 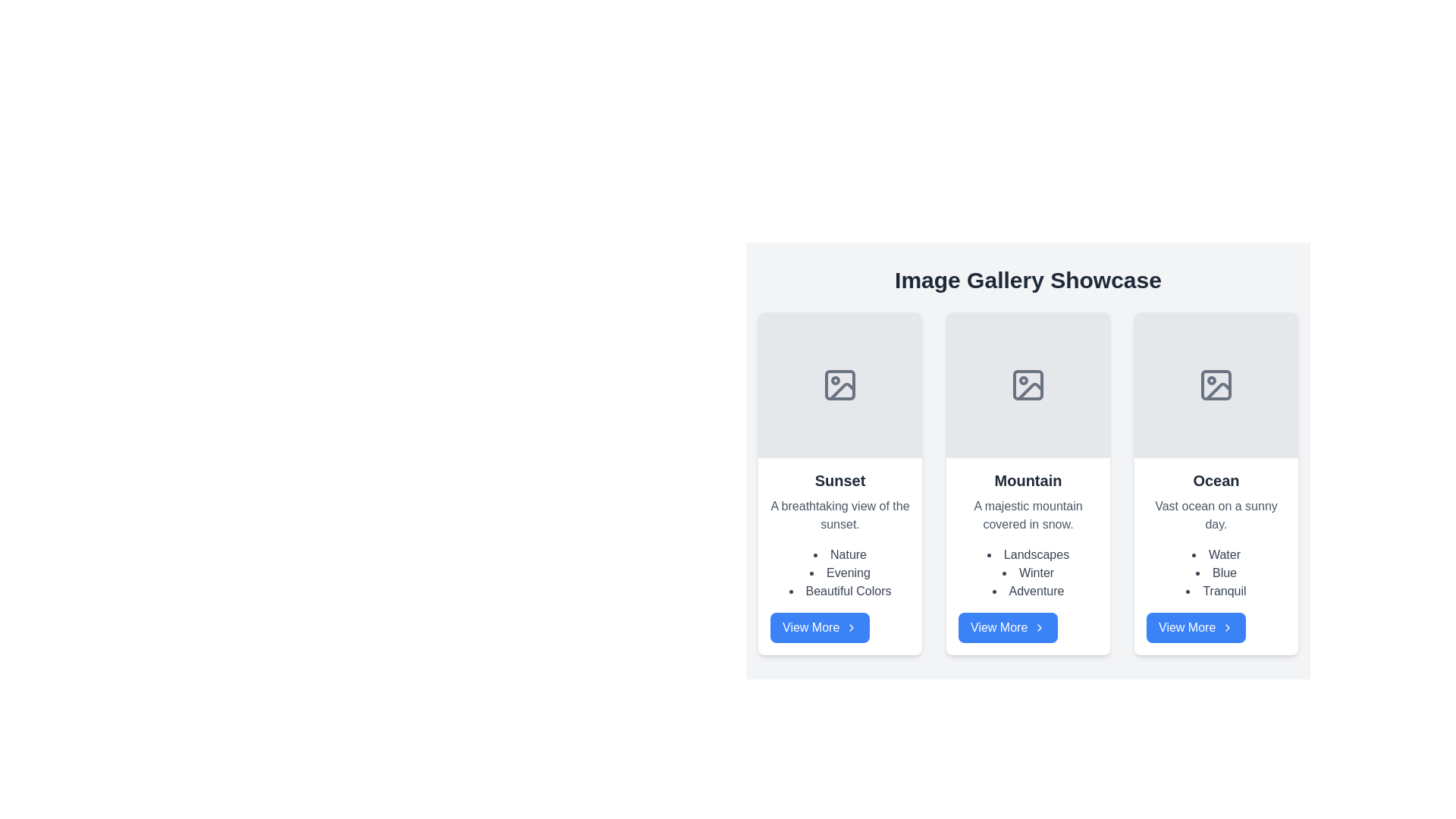 What do you see at coordinates (839, 480) in the screenshot?
I see `bold textual label 'Sunset' positioned at the top of a section that provides descriptive content about sunsets` at bounding box center [839, 480].